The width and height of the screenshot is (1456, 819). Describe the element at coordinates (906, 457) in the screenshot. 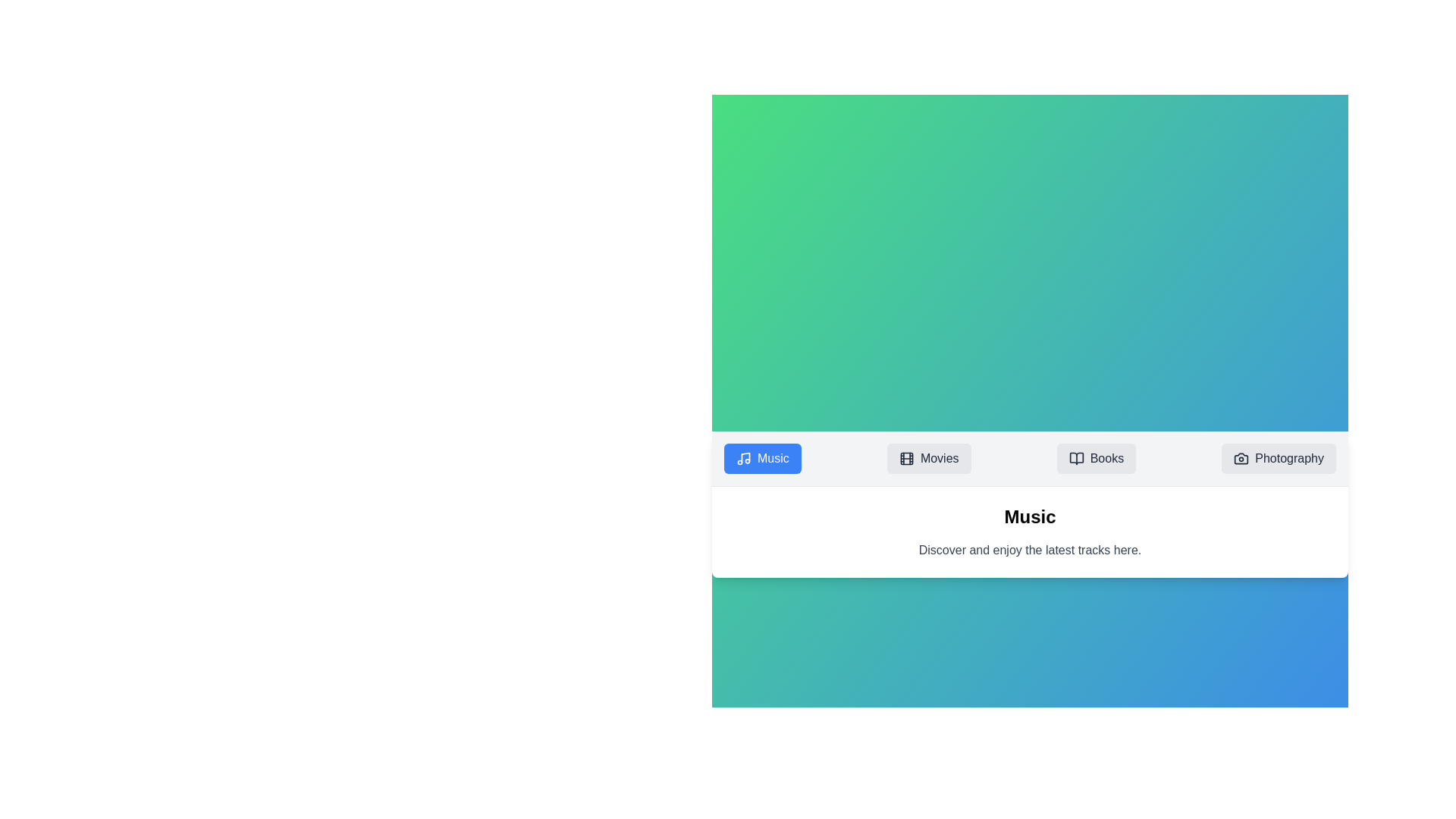

I see `the button containing the film reel icon, which is styled with rounded corners and a grey background, located in the horizontal navigation menu` at that location.